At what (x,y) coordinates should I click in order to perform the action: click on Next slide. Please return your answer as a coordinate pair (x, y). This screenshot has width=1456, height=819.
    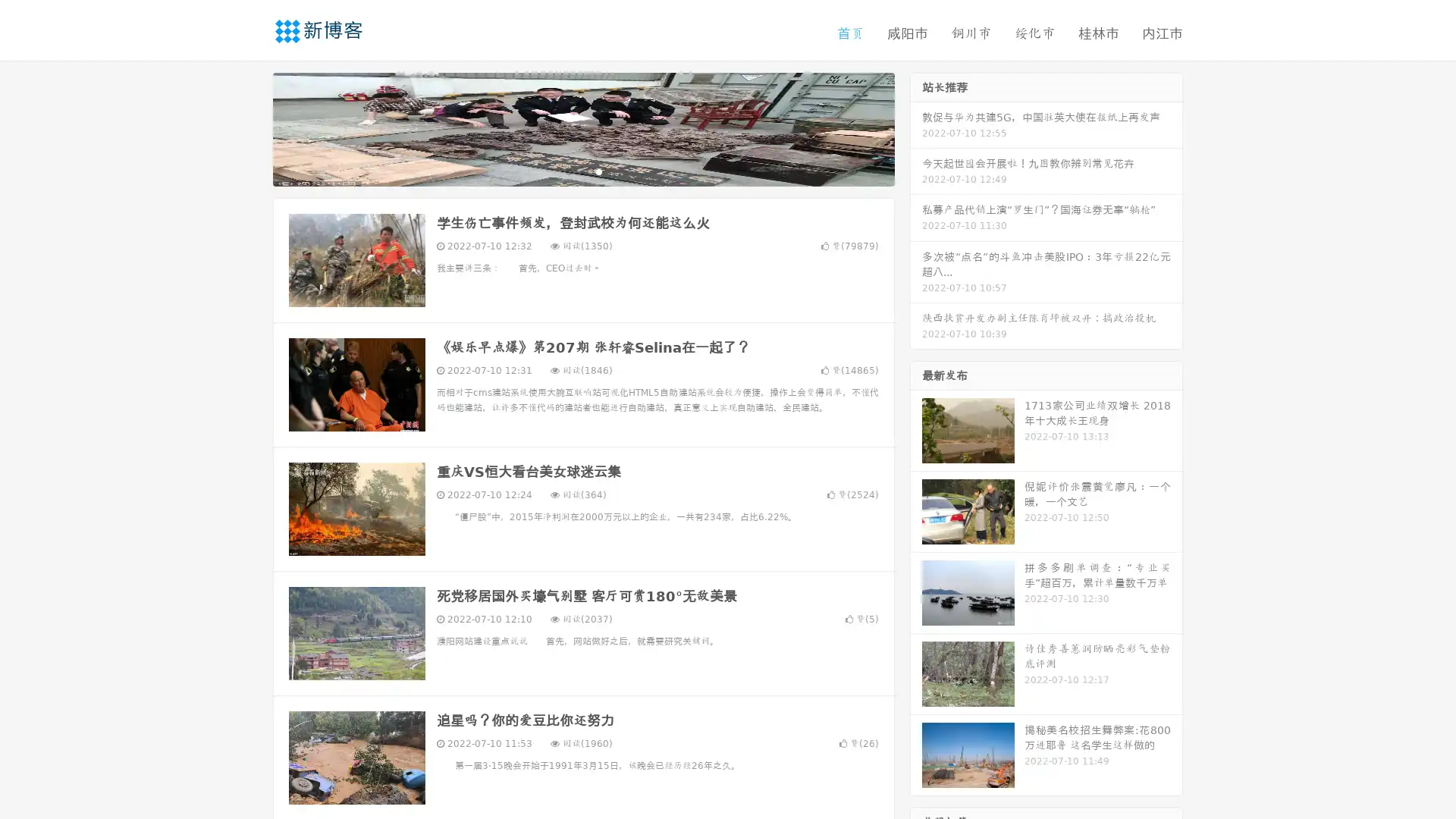
    Looking at the image, I should click on (916, 127).